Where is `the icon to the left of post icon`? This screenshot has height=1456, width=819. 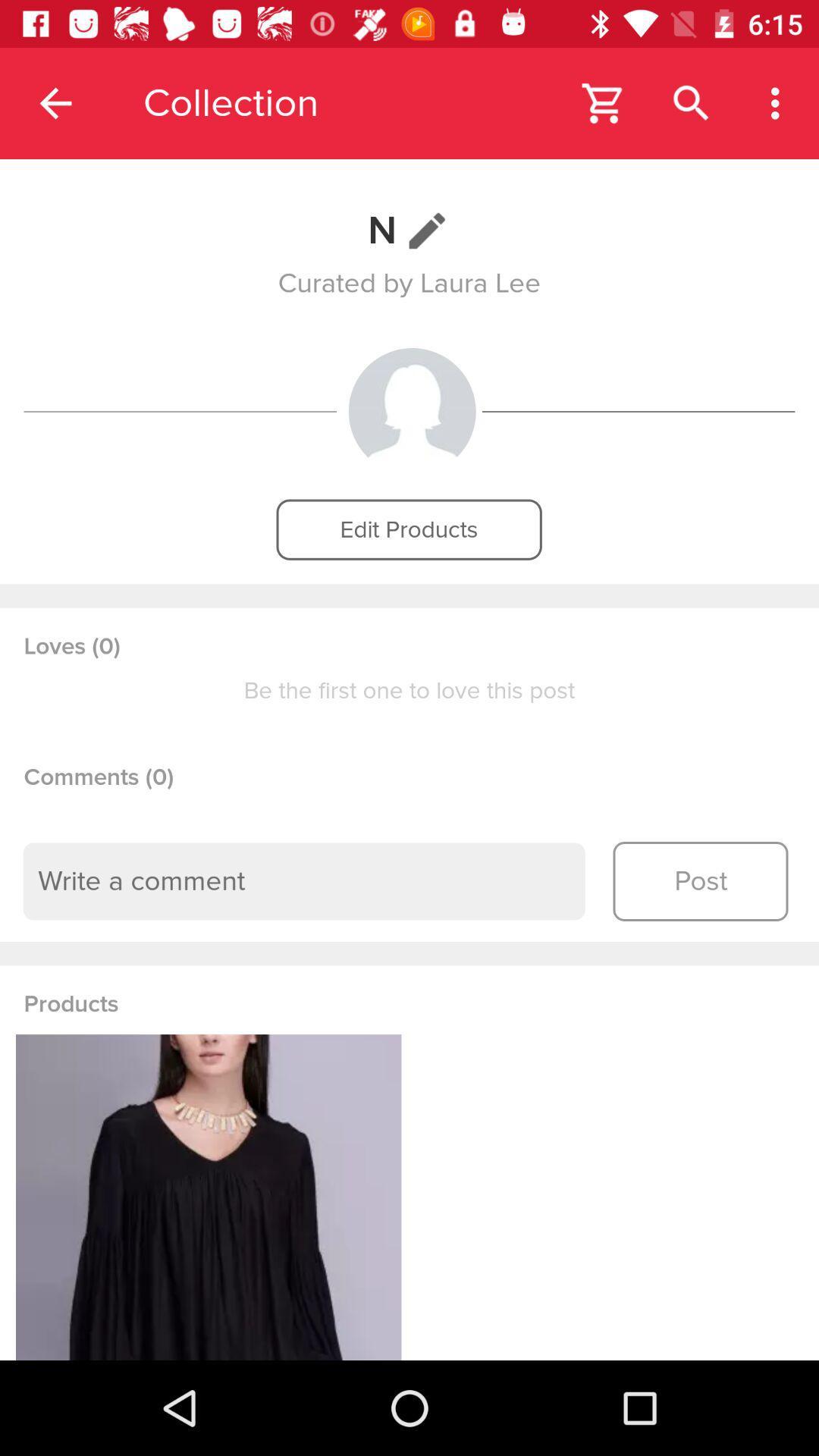
the icon to the left of post icon is located at coordinates (304, 881).